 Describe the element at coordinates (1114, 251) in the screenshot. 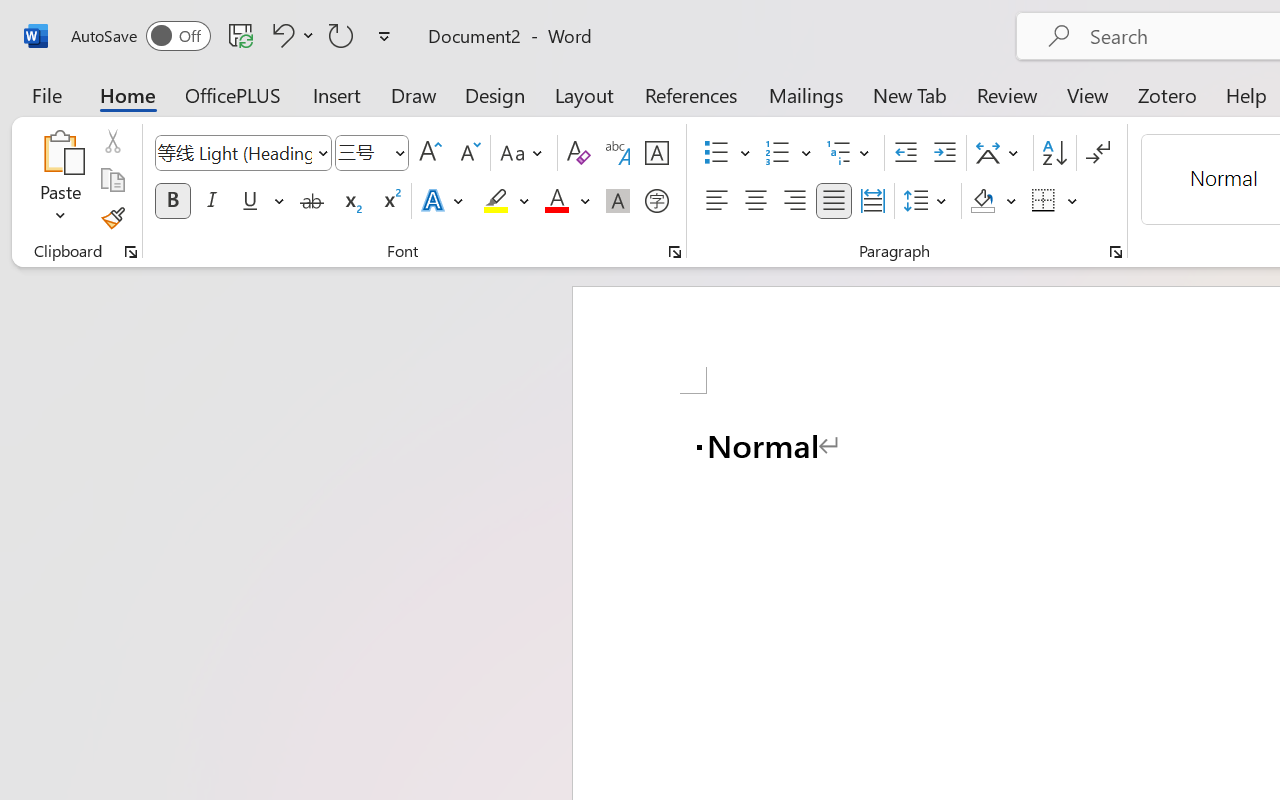

I see `'Paragraph...'` at that location.